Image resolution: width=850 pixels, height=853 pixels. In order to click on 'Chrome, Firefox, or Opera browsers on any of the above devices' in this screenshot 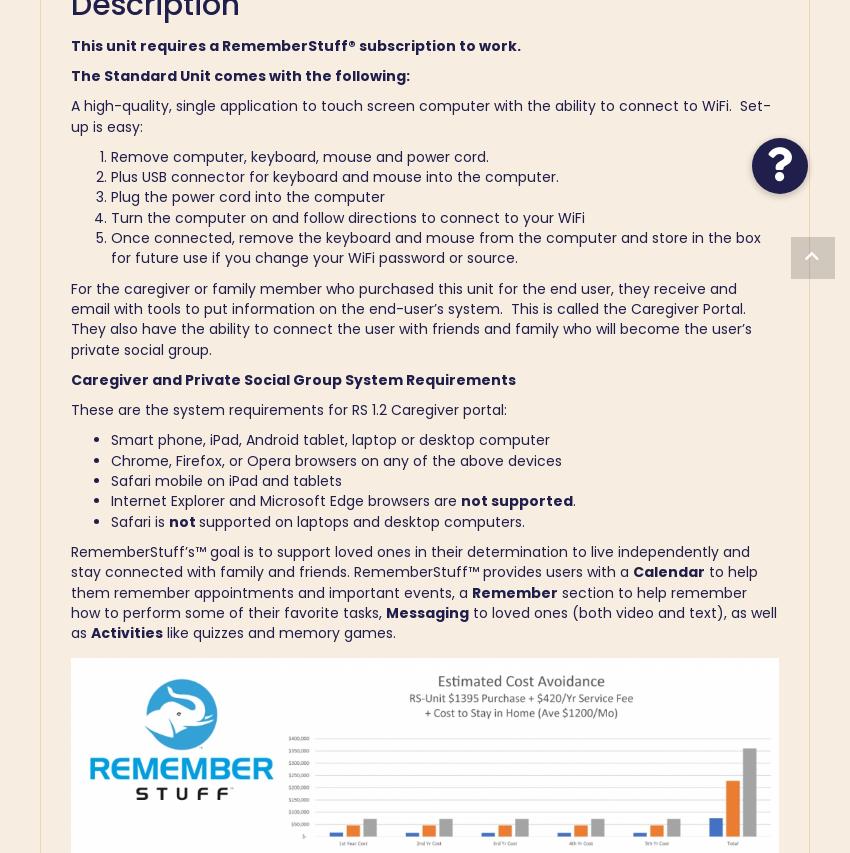, I will do `click(110, 459)`.